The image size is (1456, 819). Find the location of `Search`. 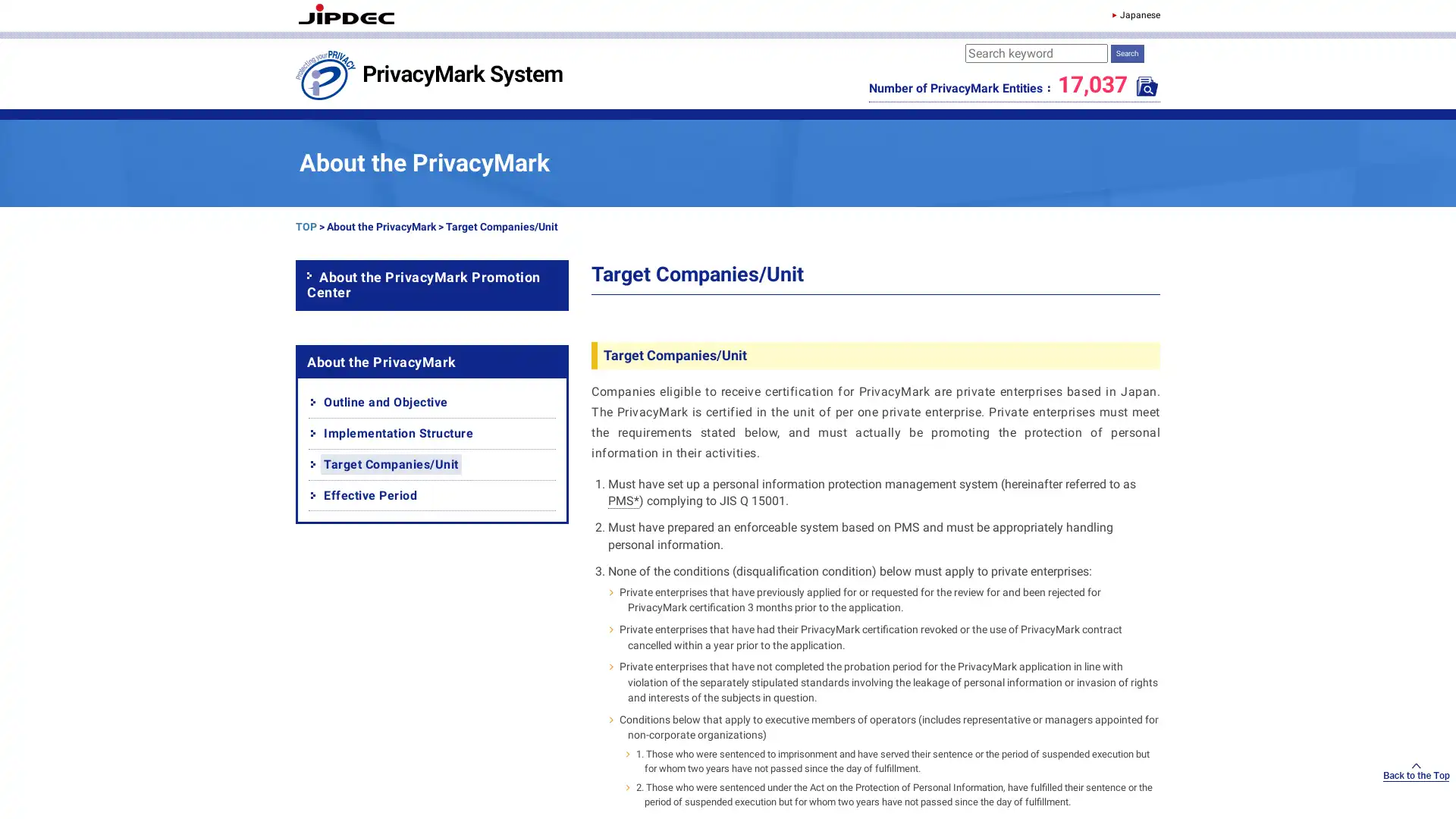

Search is located at coordinates (1128, 52).